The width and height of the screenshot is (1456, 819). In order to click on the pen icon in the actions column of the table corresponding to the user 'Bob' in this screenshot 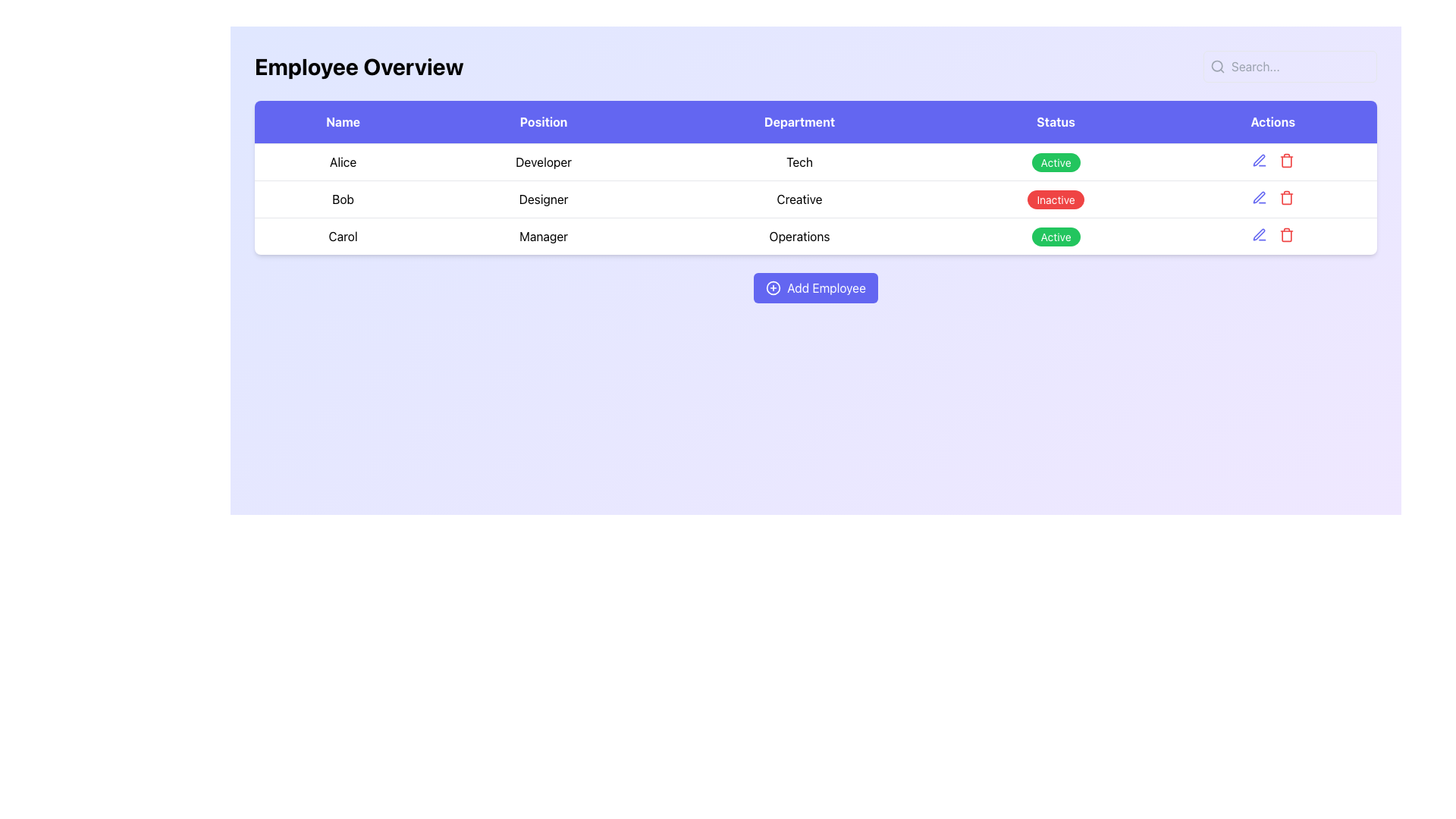, I will do `click(1259, 160)`.